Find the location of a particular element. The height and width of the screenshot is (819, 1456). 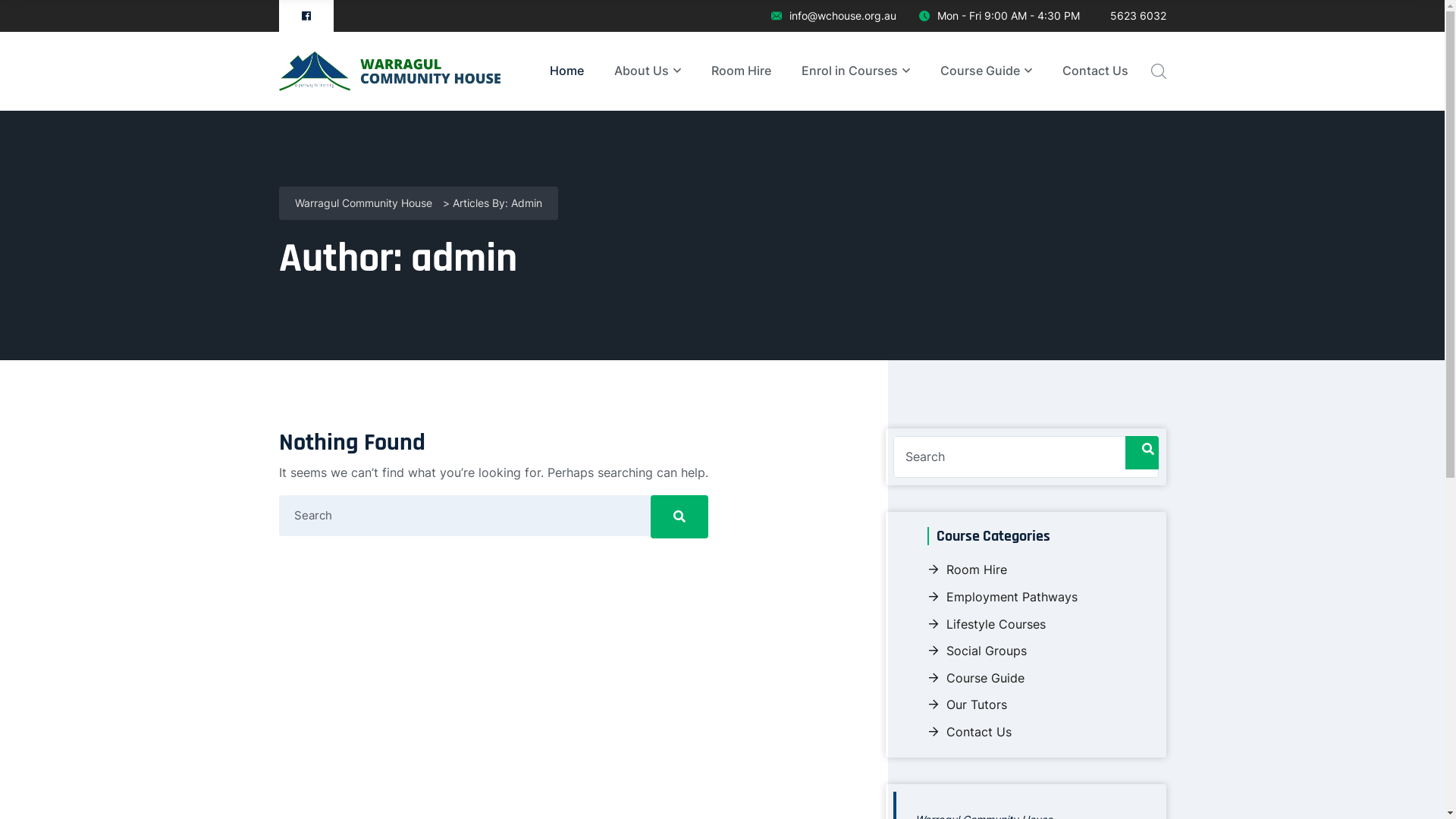

'Mon - Fri 9:00 AM - 4:30 PM' is located at coordinates (918, 15).